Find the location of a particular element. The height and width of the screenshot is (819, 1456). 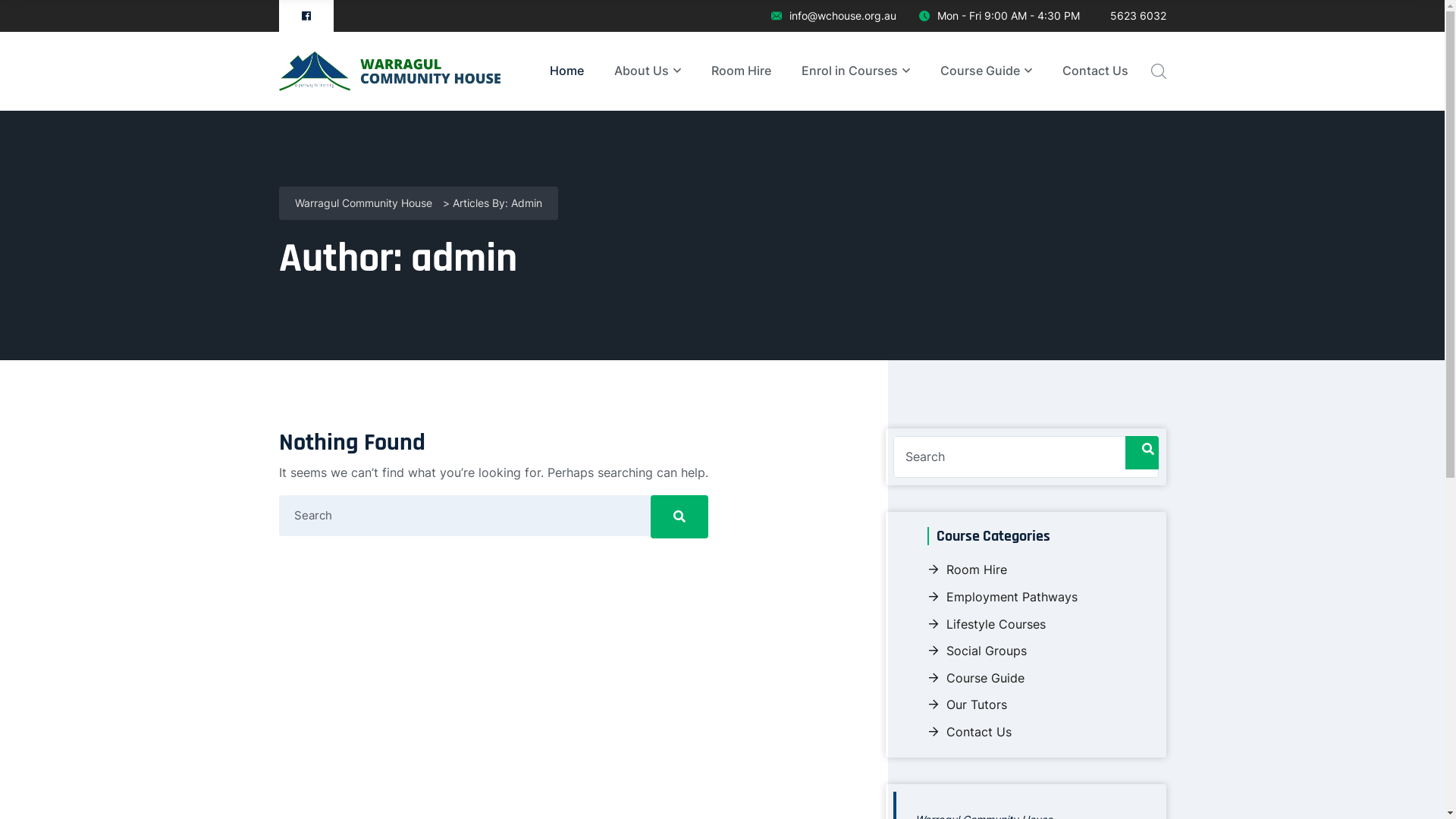

'Mon - Fri 9:00 AM - 4:30 PM' is located at coordinates (918, 15).